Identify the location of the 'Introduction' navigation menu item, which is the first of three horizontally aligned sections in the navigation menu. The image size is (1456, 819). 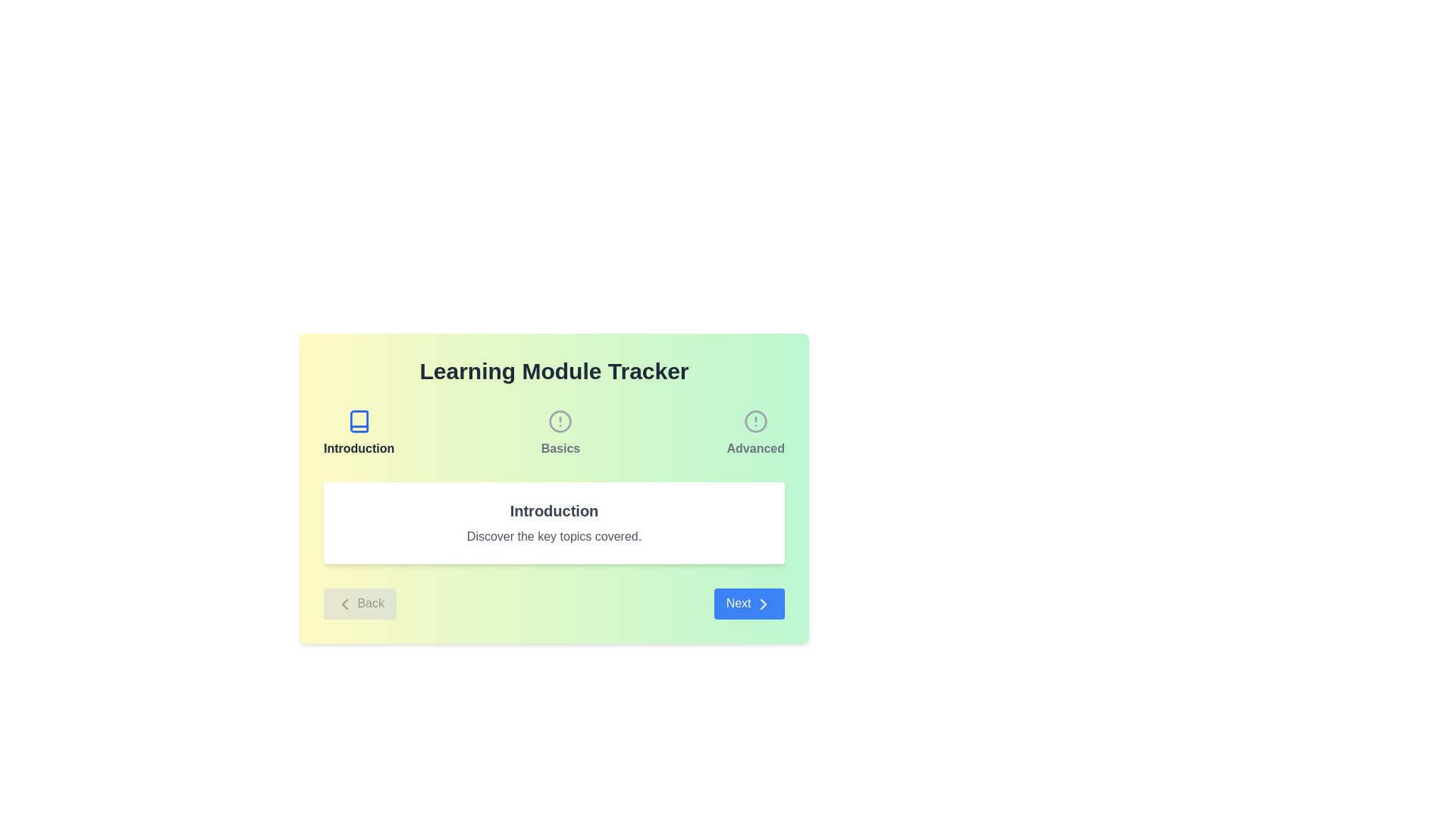
(358, 433).